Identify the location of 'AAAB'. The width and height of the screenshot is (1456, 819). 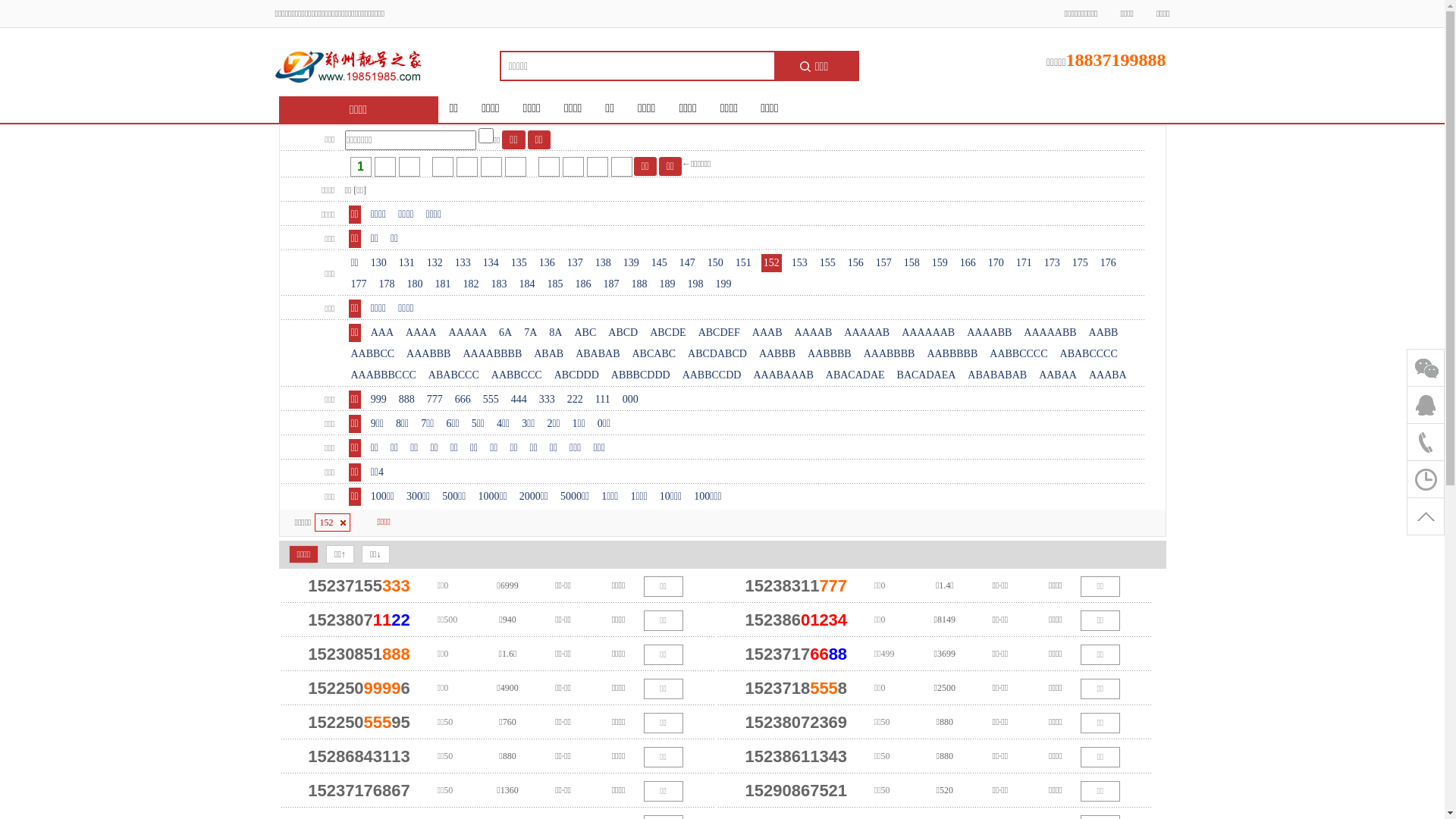
(767, 332).